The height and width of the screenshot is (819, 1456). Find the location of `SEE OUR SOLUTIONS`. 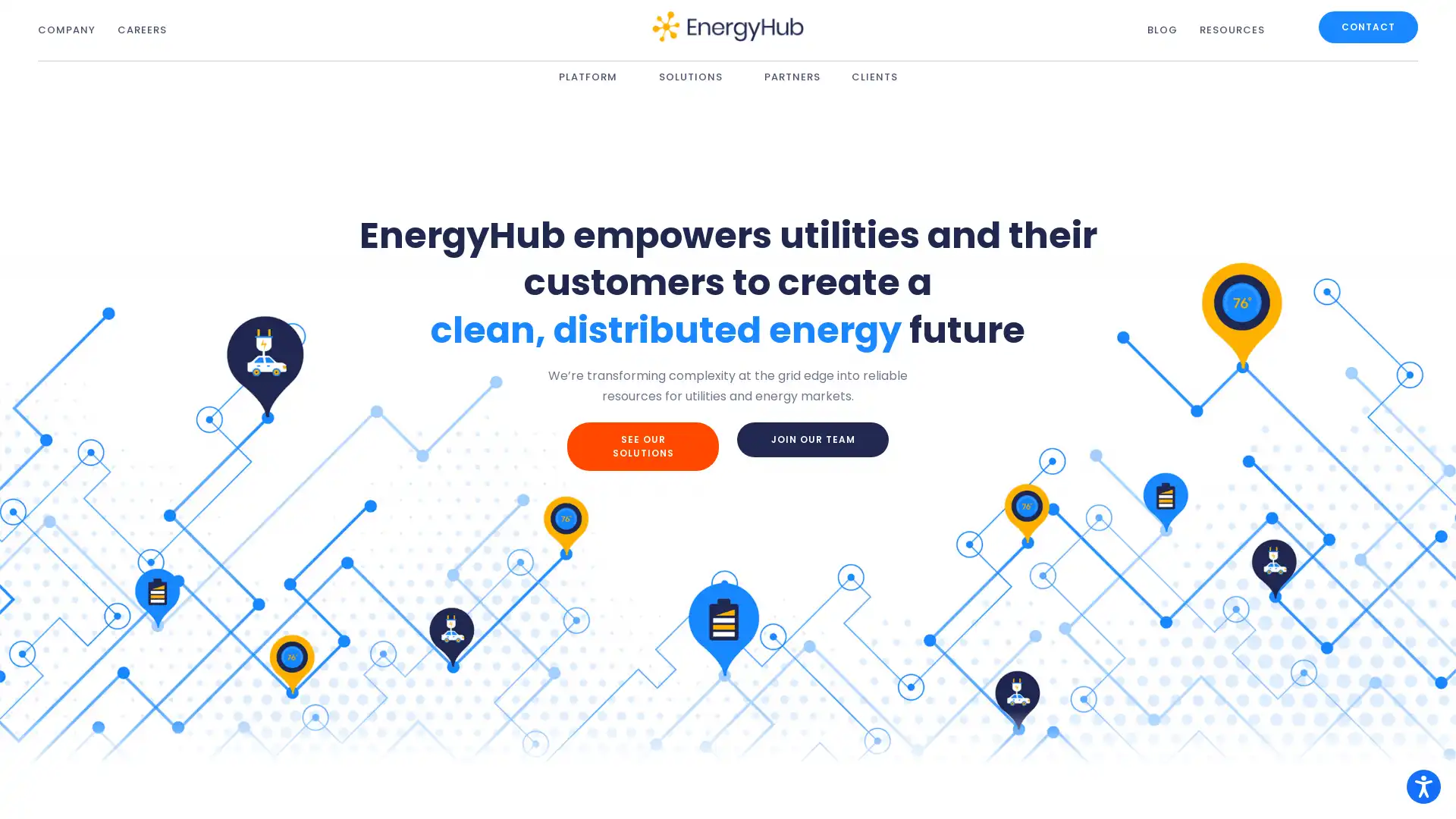

SEE OUR SOLUTIONS is located at coordinates (643, 444).